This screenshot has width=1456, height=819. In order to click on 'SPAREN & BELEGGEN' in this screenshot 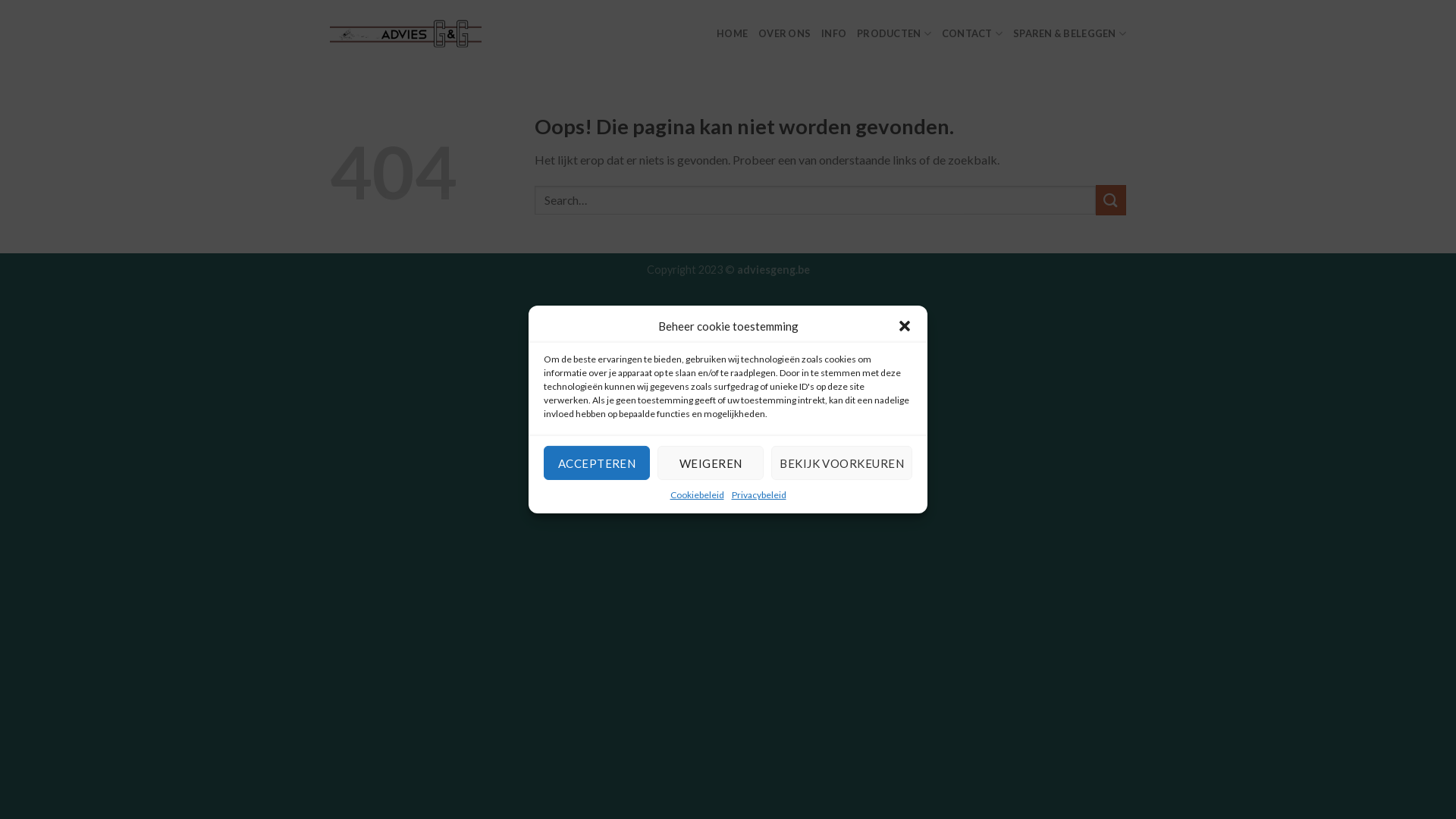, I will do `click(1068, 33)`.